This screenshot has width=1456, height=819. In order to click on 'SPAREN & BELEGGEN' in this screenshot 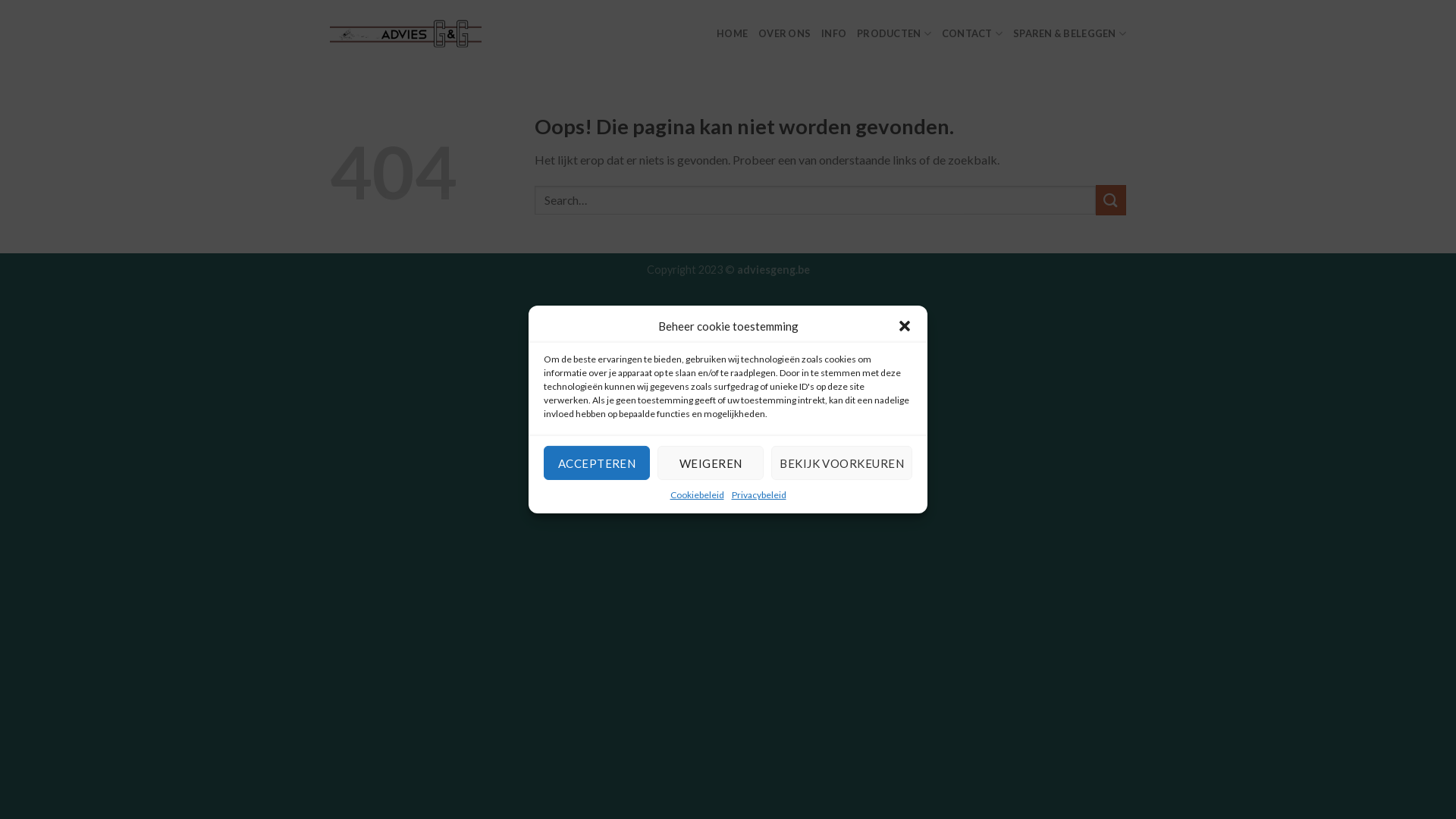, I will do `click(1068, 33)`.